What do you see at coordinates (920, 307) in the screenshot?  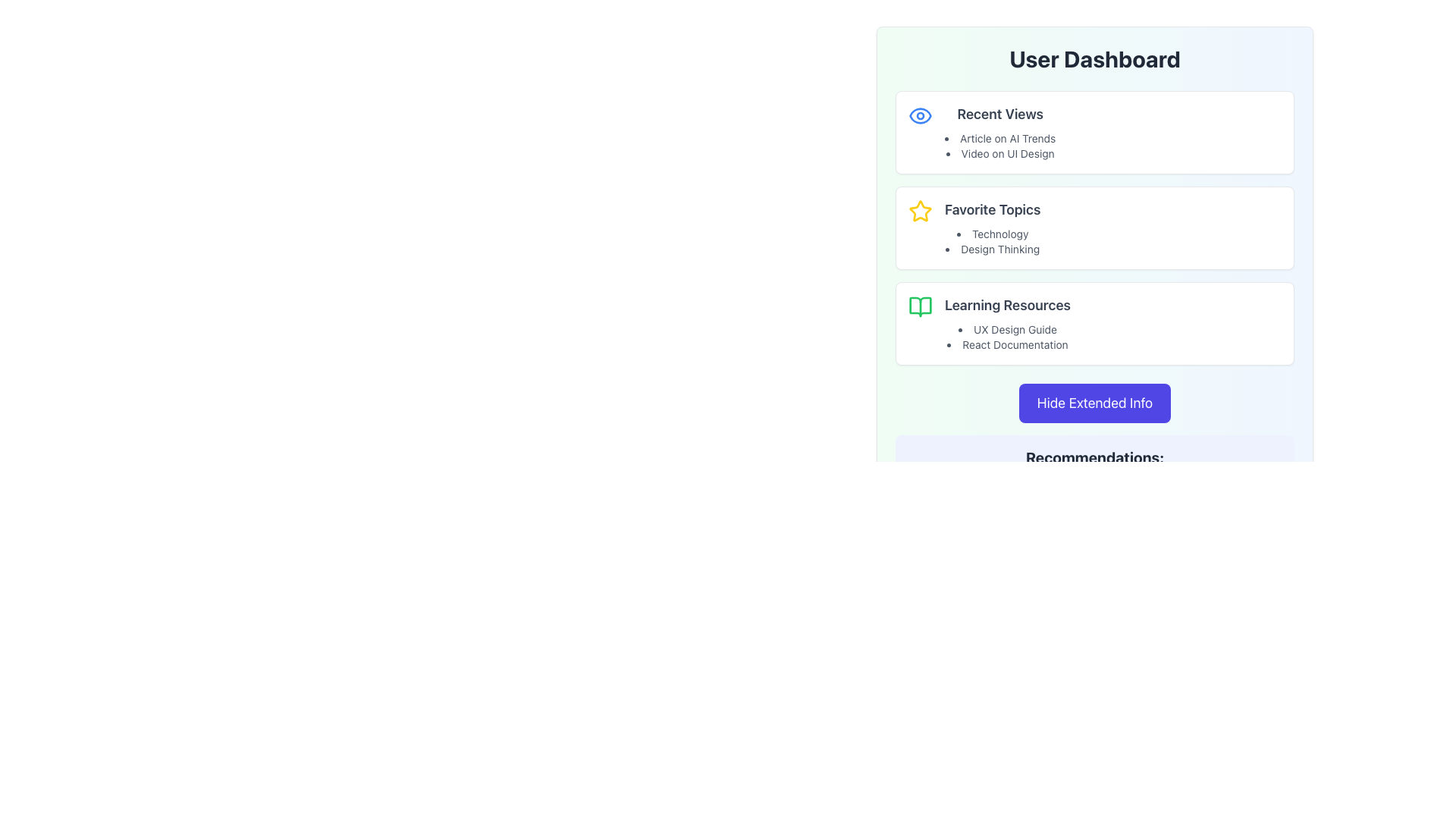 I see `the icon representing the 'Learning Resources' section located in the upper left of the User Dashboard, adjacent to the text 'Learning Resources'` at bounding box center [920, 307].